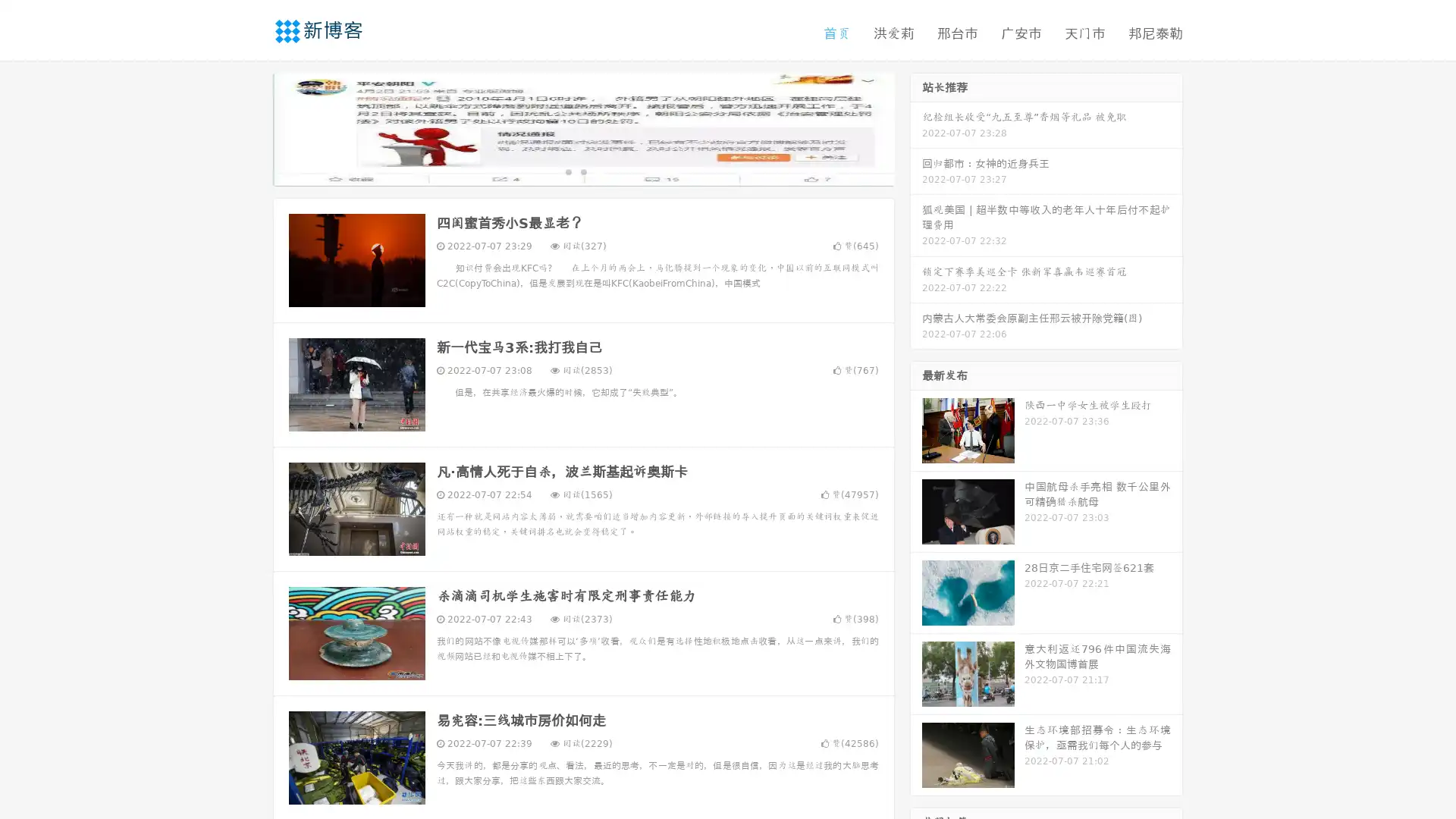 This screenshot has height=819, width=1456. What do you see at coordinates (567, 171) in the screenshot?
I see `Go to slide 1` at bounding box center [567, 171].